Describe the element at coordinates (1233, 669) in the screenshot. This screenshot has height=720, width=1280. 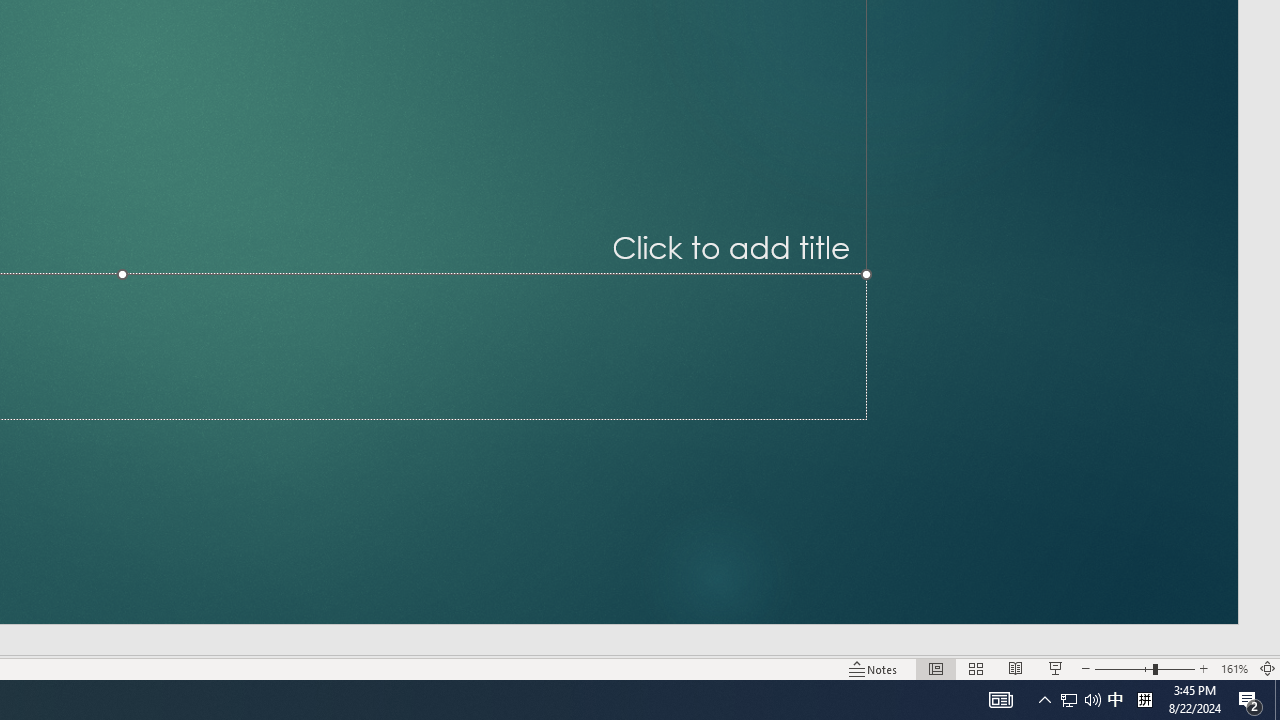
I see `'Zoom 161%'` at that location.